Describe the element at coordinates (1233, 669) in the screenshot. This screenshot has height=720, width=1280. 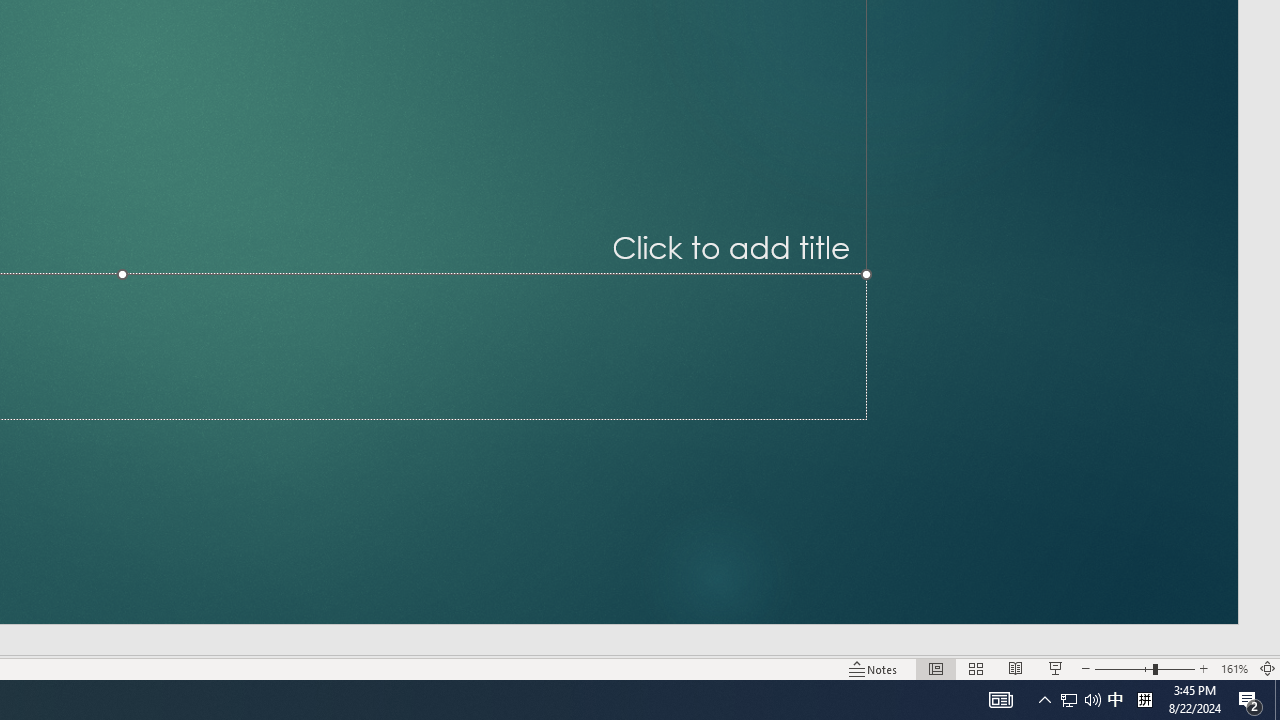
I see `'Zoom 161%'` at that location.